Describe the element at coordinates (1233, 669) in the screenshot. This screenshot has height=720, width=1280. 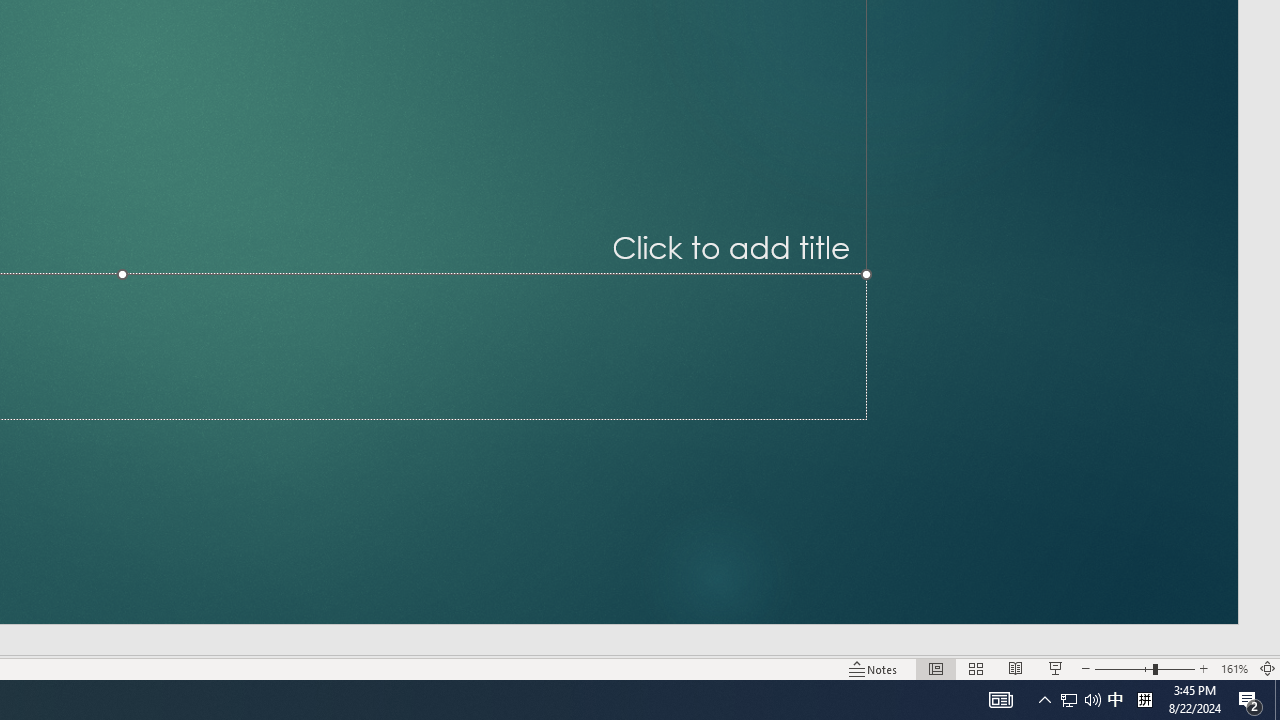
I see `'Zoom 161%'` at that location.